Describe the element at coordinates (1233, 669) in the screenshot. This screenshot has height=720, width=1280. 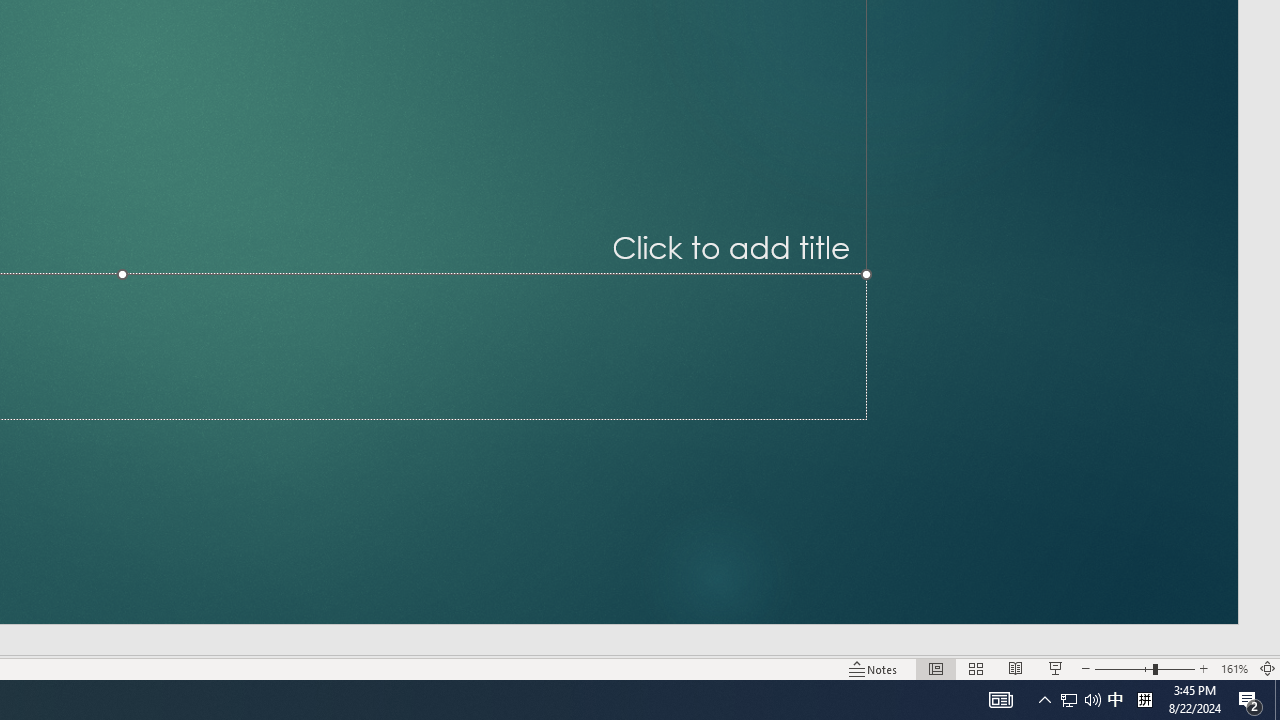
I see `'Zoom 161%'` at that location.